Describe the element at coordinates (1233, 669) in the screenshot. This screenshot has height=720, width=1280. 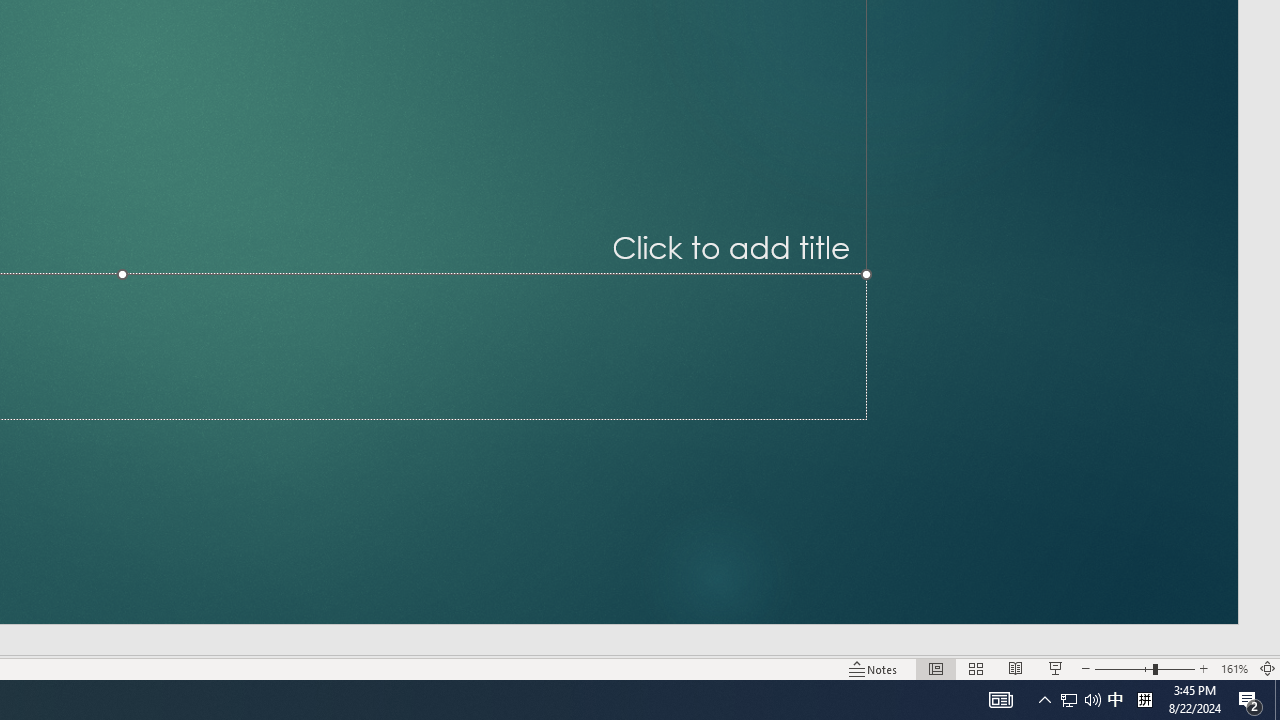
I see `'Zoom 161%'` at that location.